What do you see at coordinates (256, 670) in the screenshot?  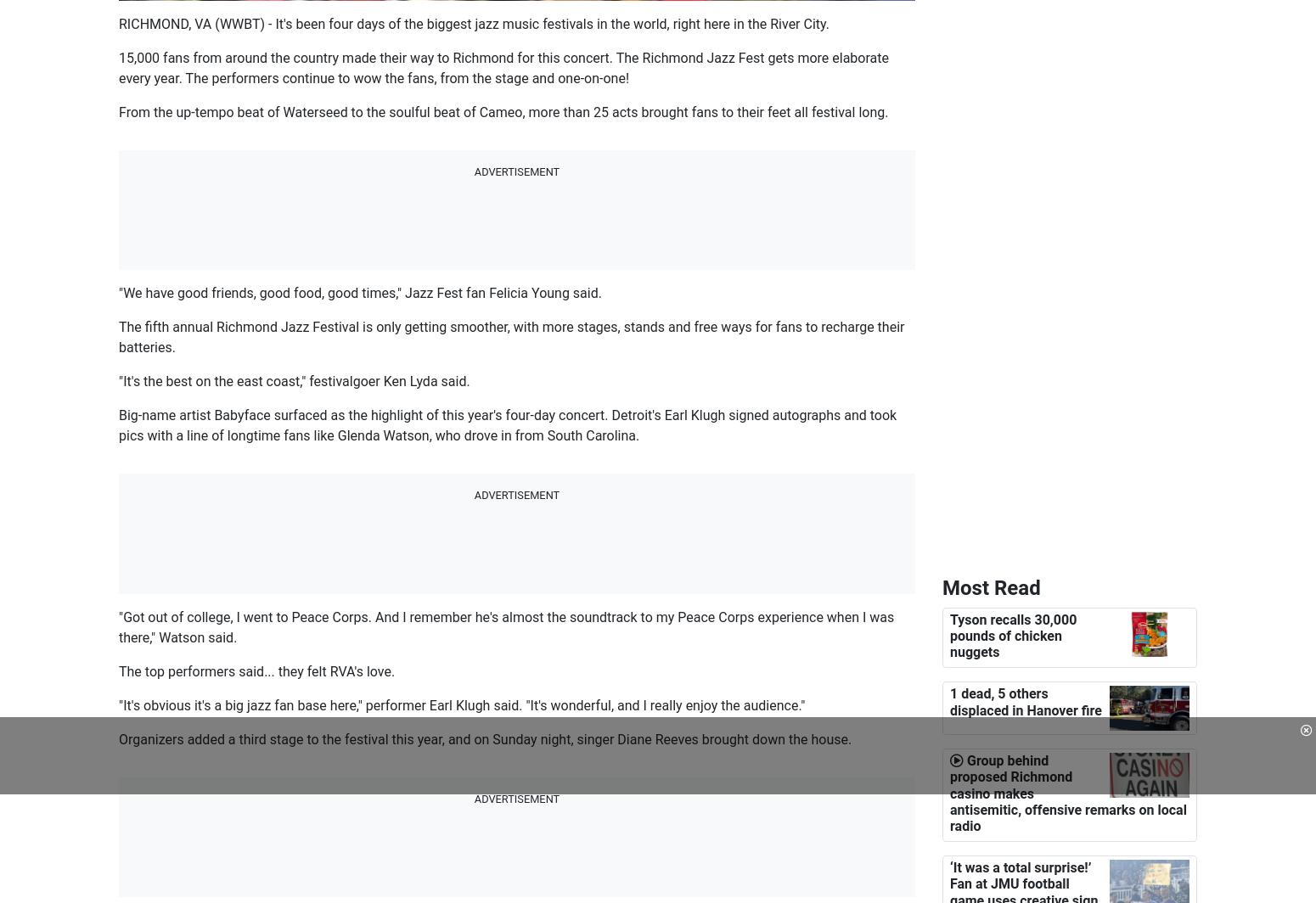 I see `'The top performers said... they felt RVA's love.'` at bounding box center [256, 670].